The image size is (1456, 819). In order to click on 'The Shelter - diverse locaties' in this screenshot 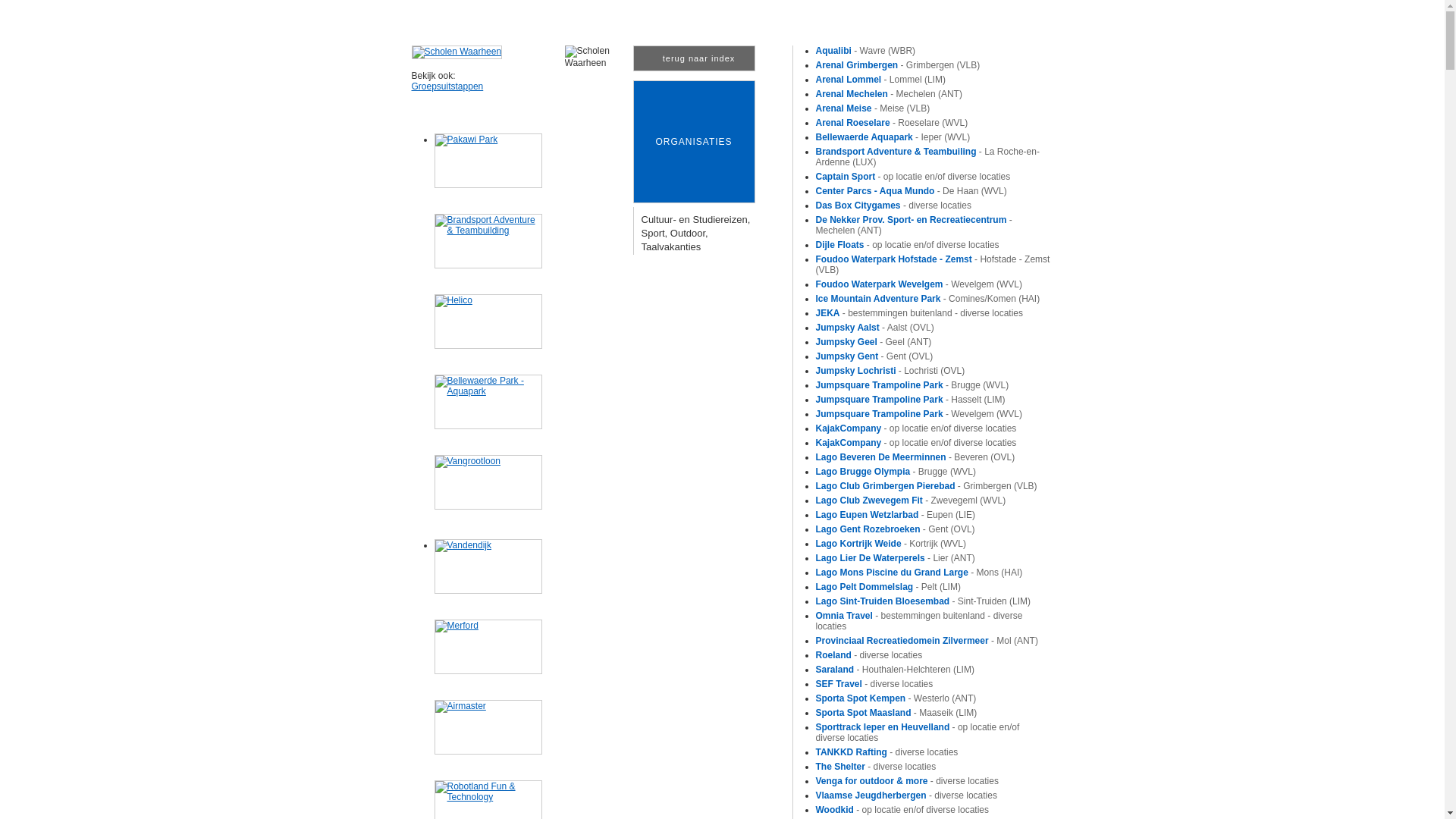, I will do `click(876, 766)`.